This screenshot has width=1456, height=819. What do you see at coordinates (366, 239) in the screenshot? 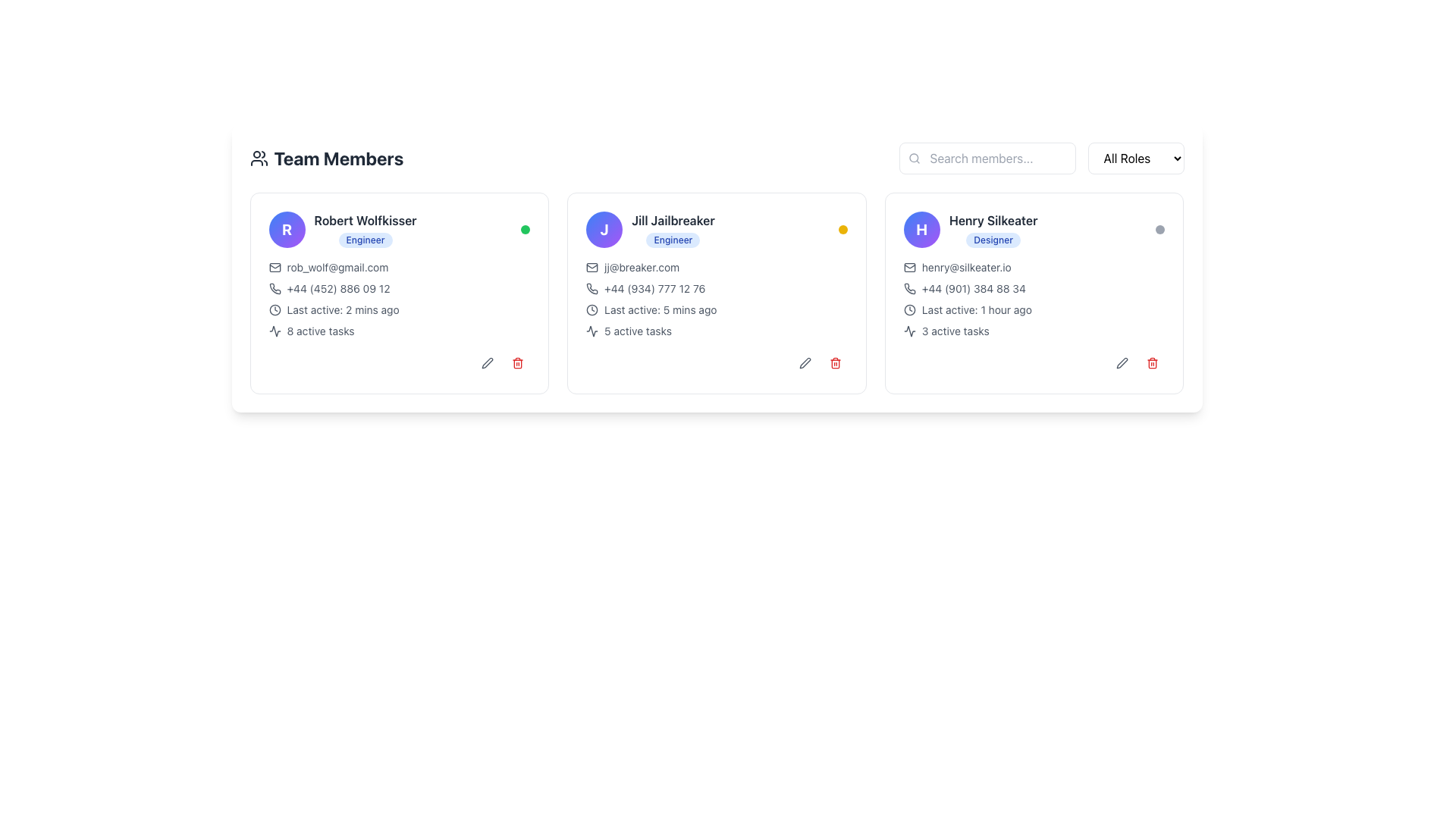
I see `underlying HTML structure of the badge-like label with the text 'Engineer' located below the name 'Robert Wolfkisser'` at bounding box center [366, 239].